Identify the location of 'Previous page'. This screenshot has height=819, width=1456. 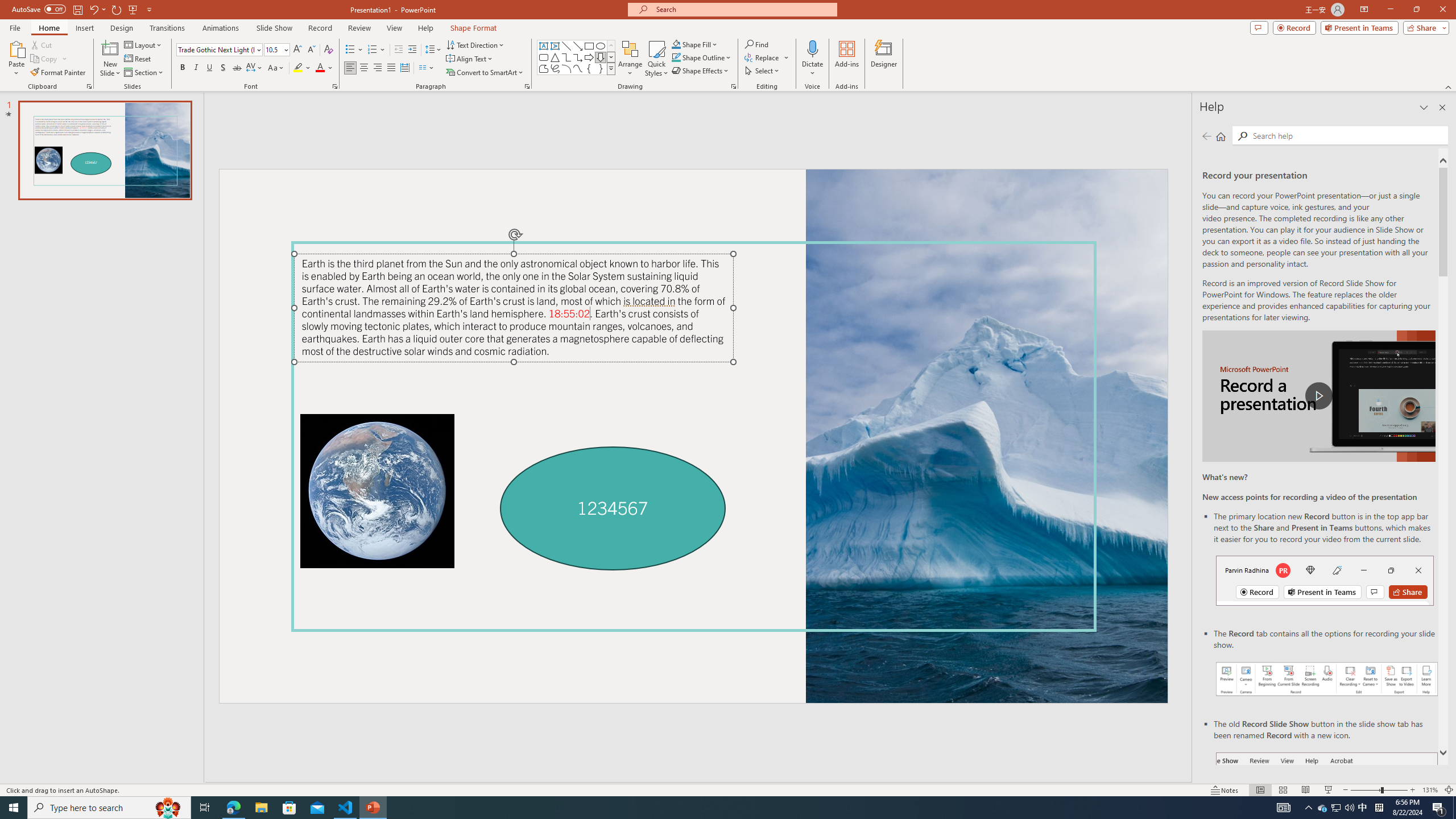
(1206, 135).